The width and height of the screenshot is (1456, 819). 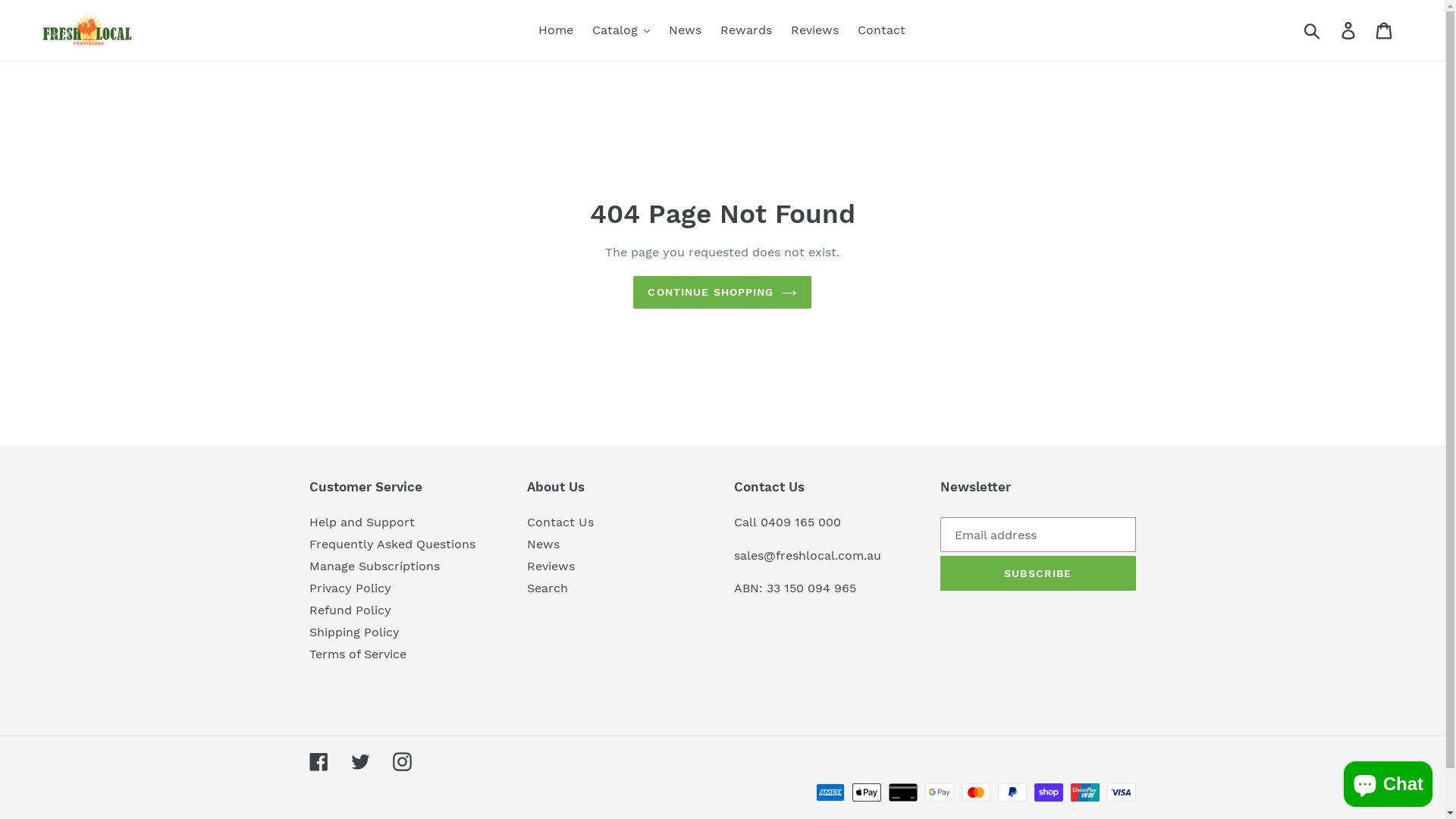 I want to click on 'Shipping Policy', so click(x=353, y=632).